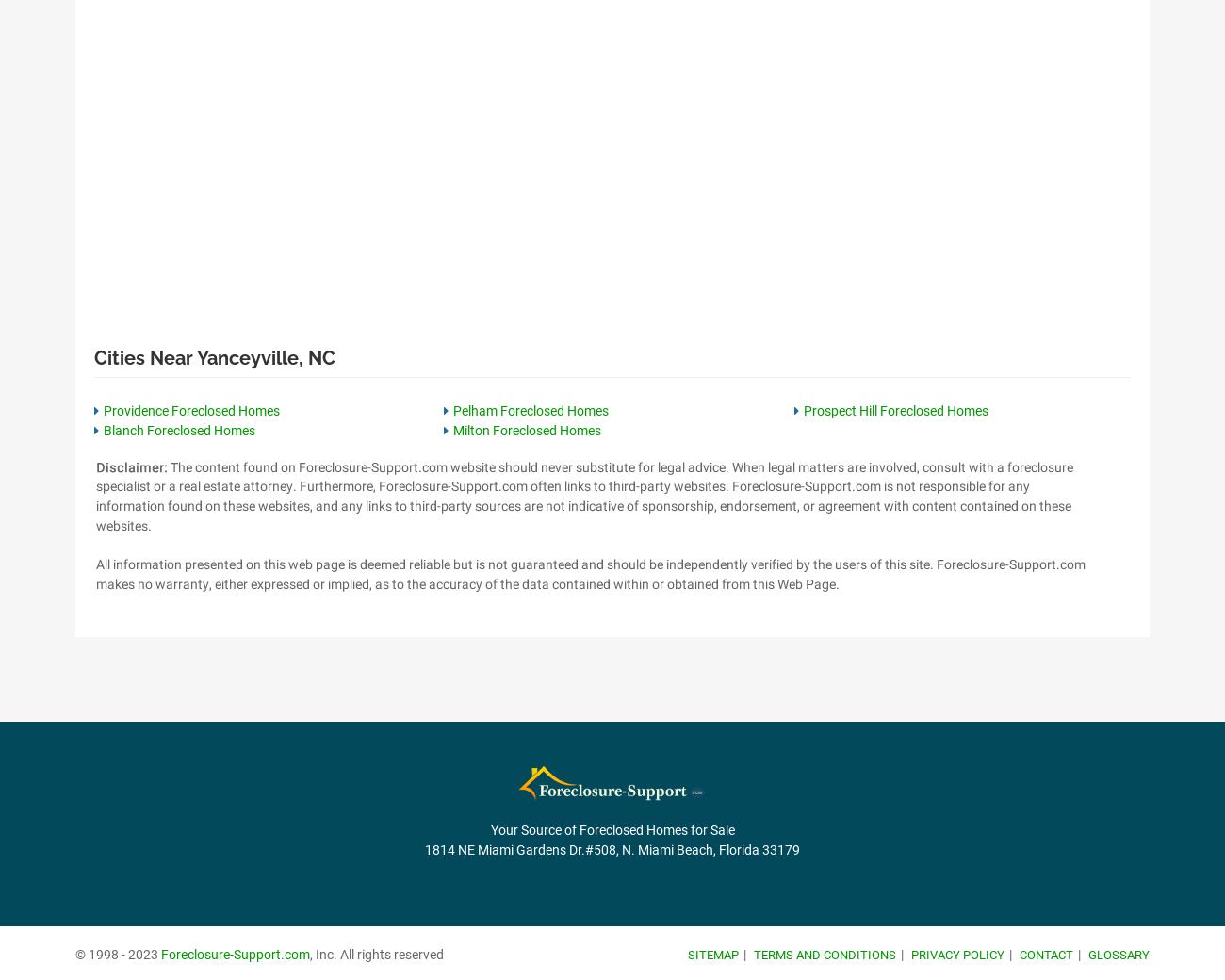 The width and height of the screenshot is (1225, 980). I want to click on 'Foreclosure-Support.com', so click(160, 954).